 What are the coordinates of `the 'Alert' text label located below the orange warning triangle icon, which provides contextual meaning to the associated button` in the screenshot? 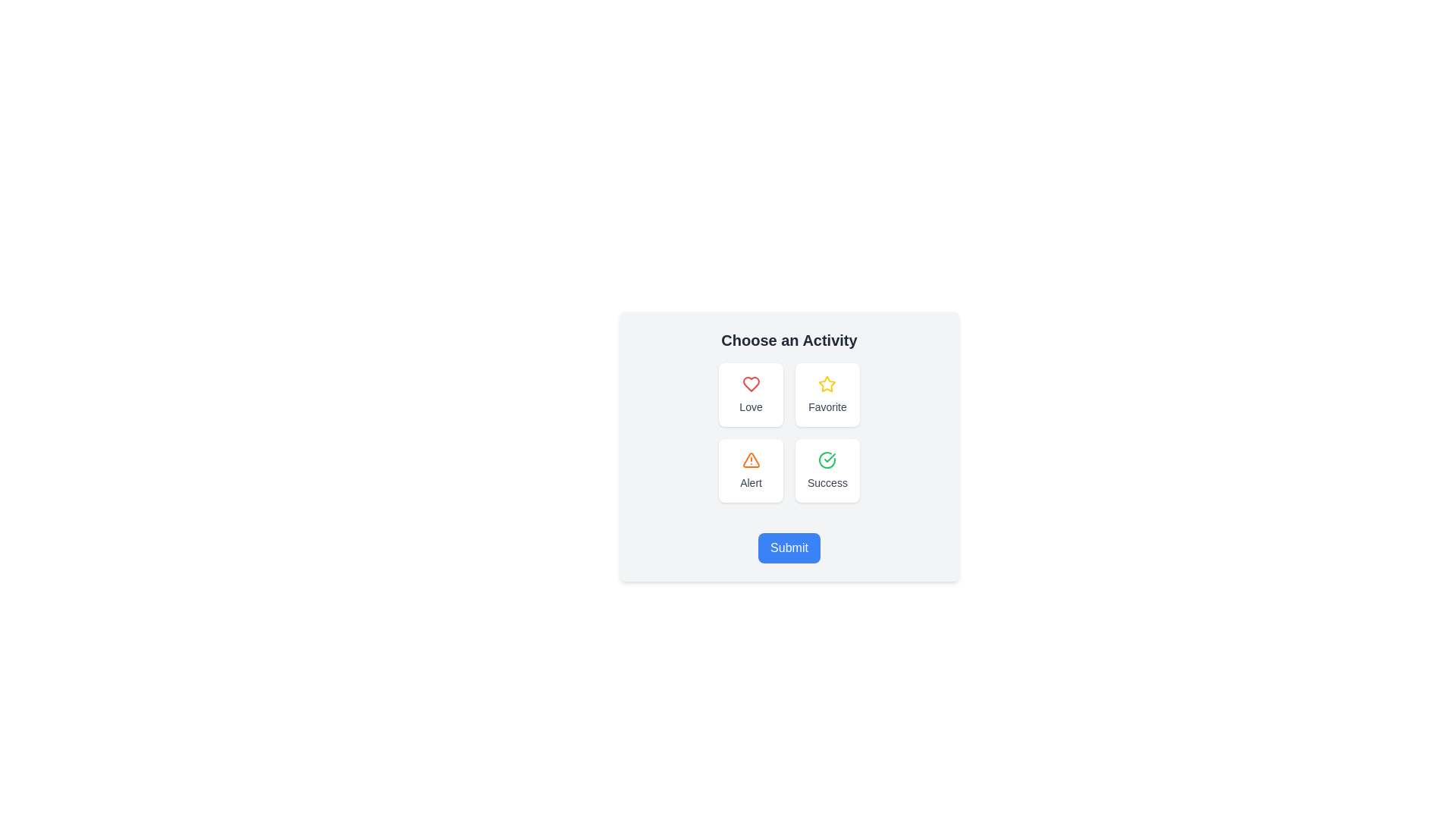 It's located at (751, 482).